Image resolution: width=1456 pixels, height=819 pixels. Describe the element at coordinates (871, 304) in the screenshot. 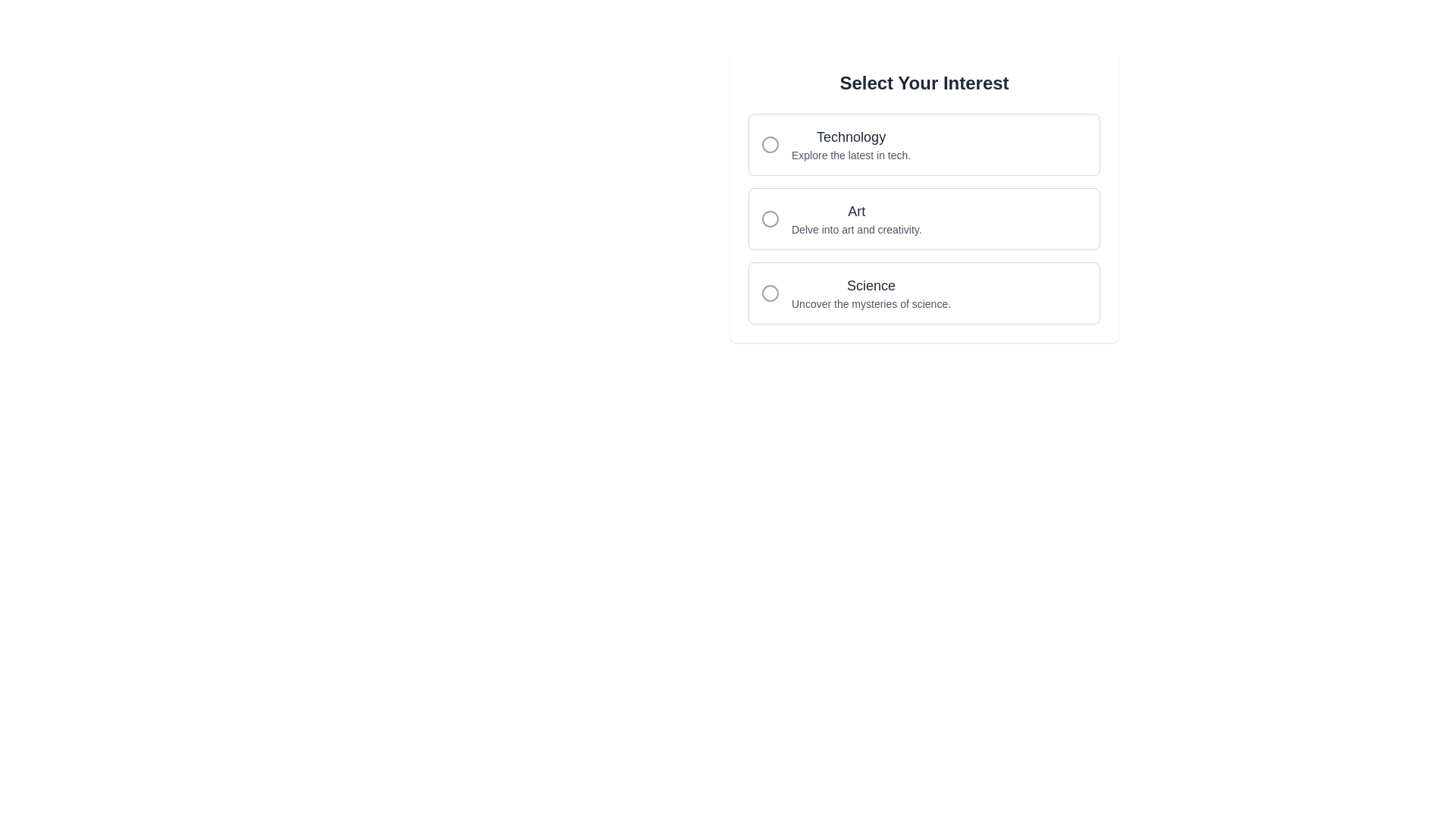

I see `the text element that reads 'Uncover the mysteries of science.' located below the title 'Science' in the third selectable card labeled 'Science'` at that location.